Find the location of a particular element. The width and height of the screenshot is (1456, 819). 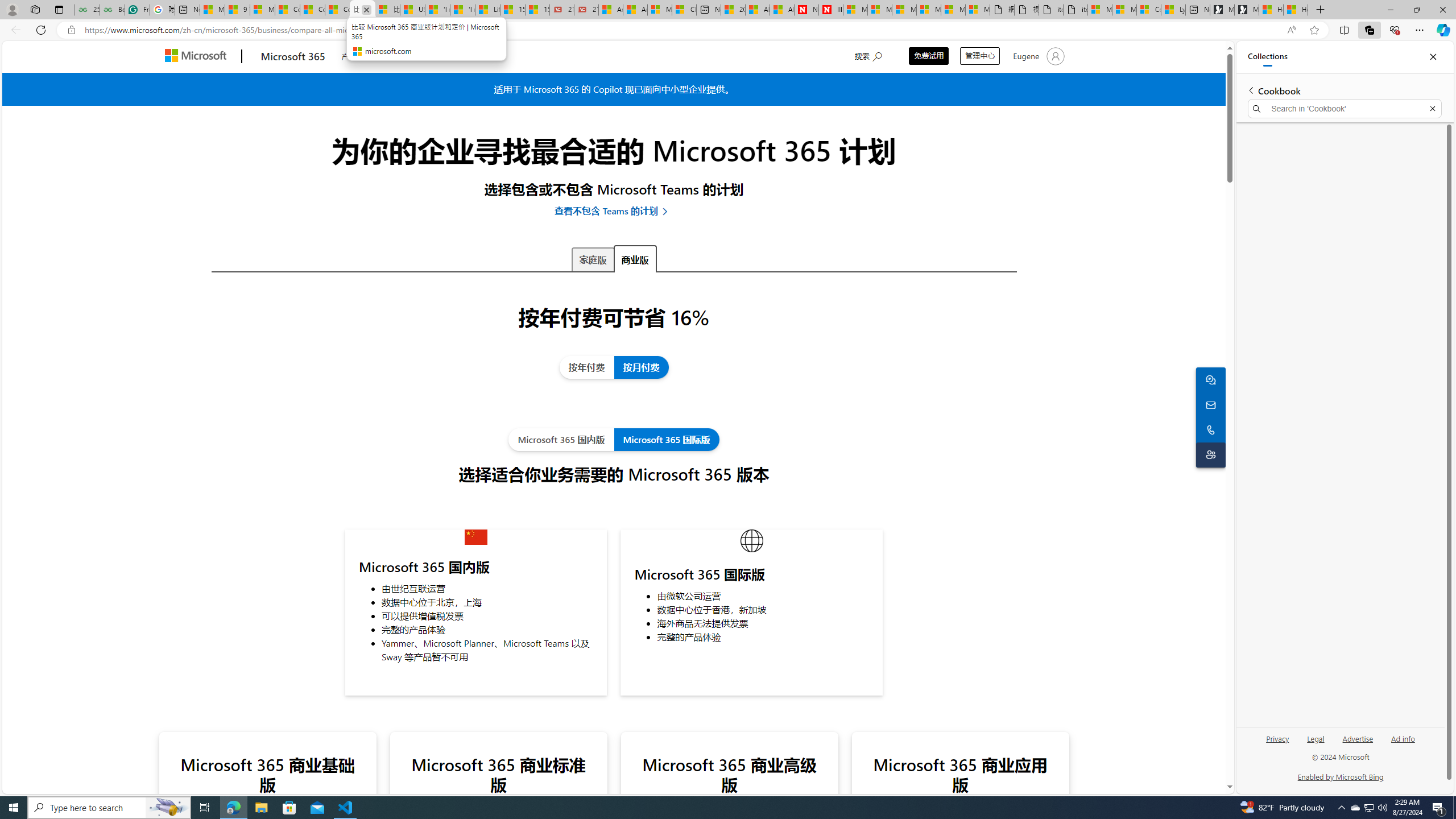

'Illness news & latest pictures from Newsweek.com' is located at coordinates (830, 9).